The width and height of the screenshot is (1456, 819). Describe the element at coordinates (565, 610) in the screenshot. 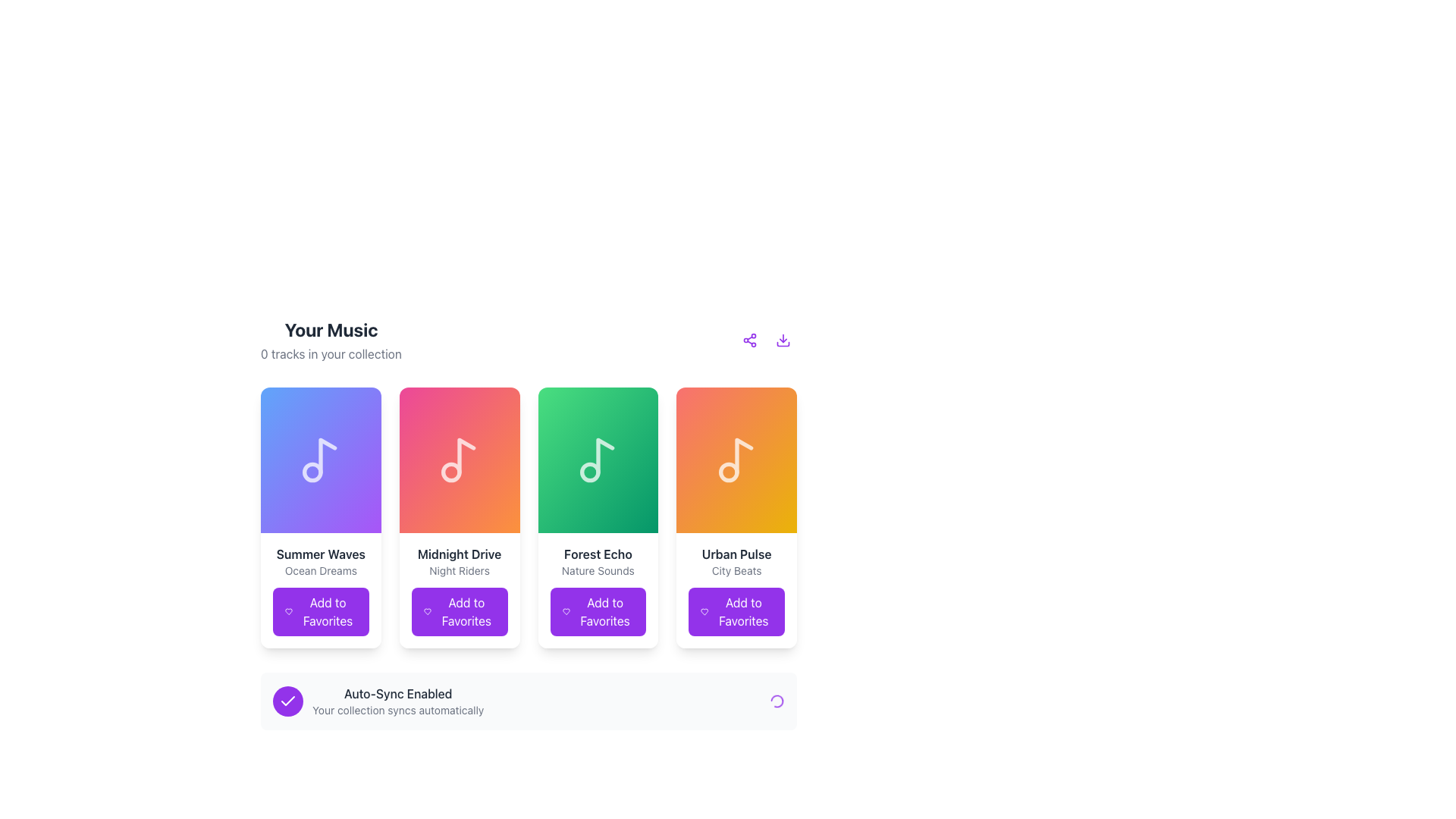

I see `the 'Add to Favorites' button which contains a small heart icon on the left side of the text 'Add to Favorites'` at that location.